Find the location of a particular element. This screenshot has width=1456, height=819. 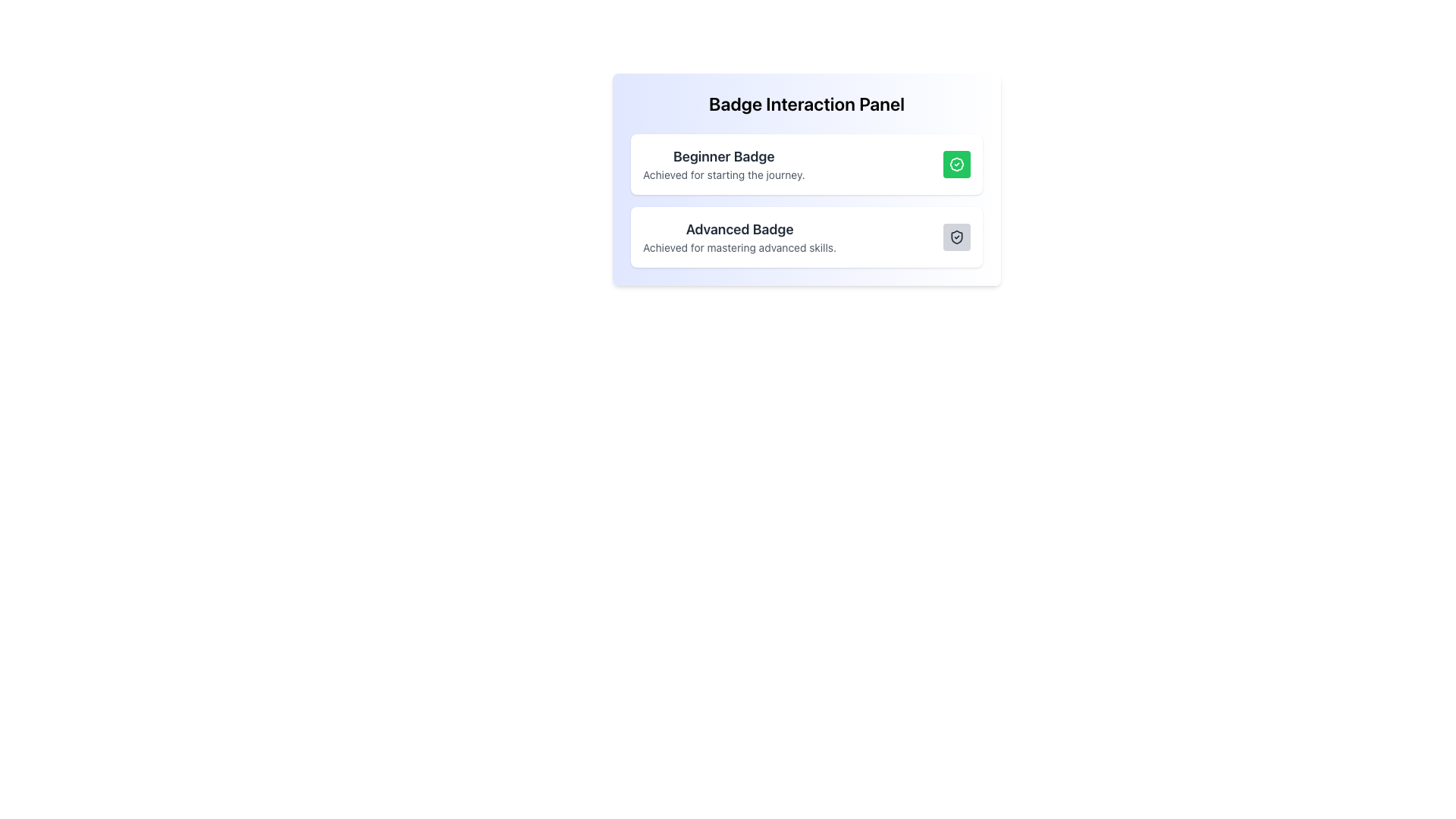

the static text label that displays 'Achieved for mastering advanced skills.' located below the 'Advanced Badge' label in the 'Badge Interaction Panel.' is located at coordinates (739, 247).